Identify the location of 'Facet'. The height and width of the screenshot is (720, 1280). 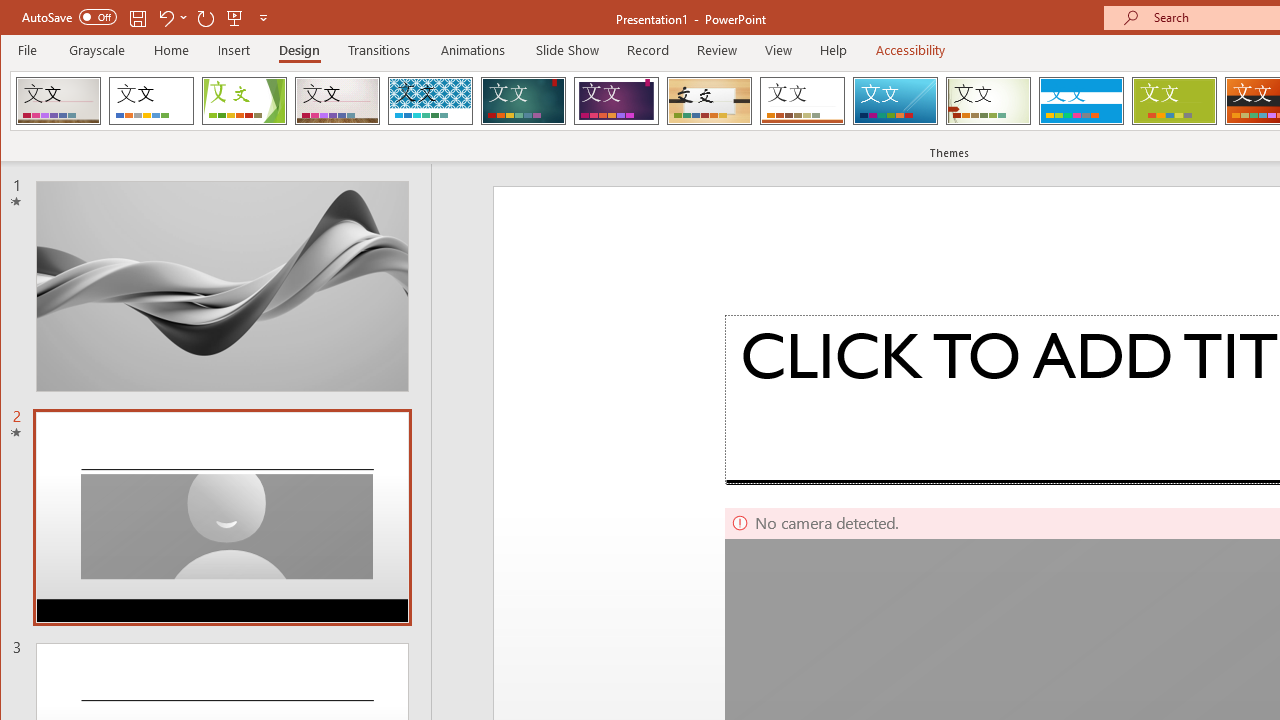
(243, 100).